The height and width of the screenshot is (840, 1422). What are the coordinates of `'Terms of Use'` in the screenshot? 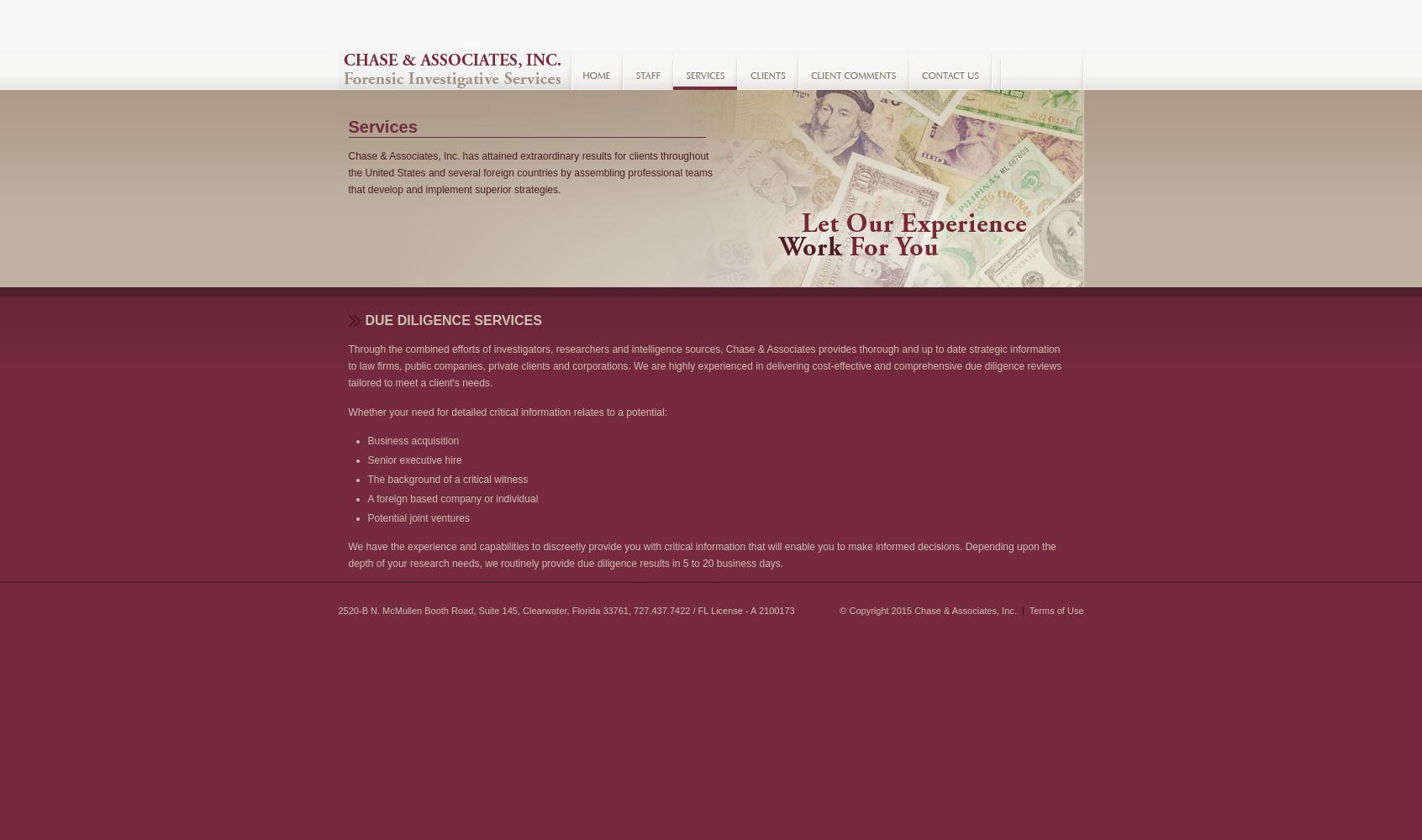 It's located at (1056, 610).